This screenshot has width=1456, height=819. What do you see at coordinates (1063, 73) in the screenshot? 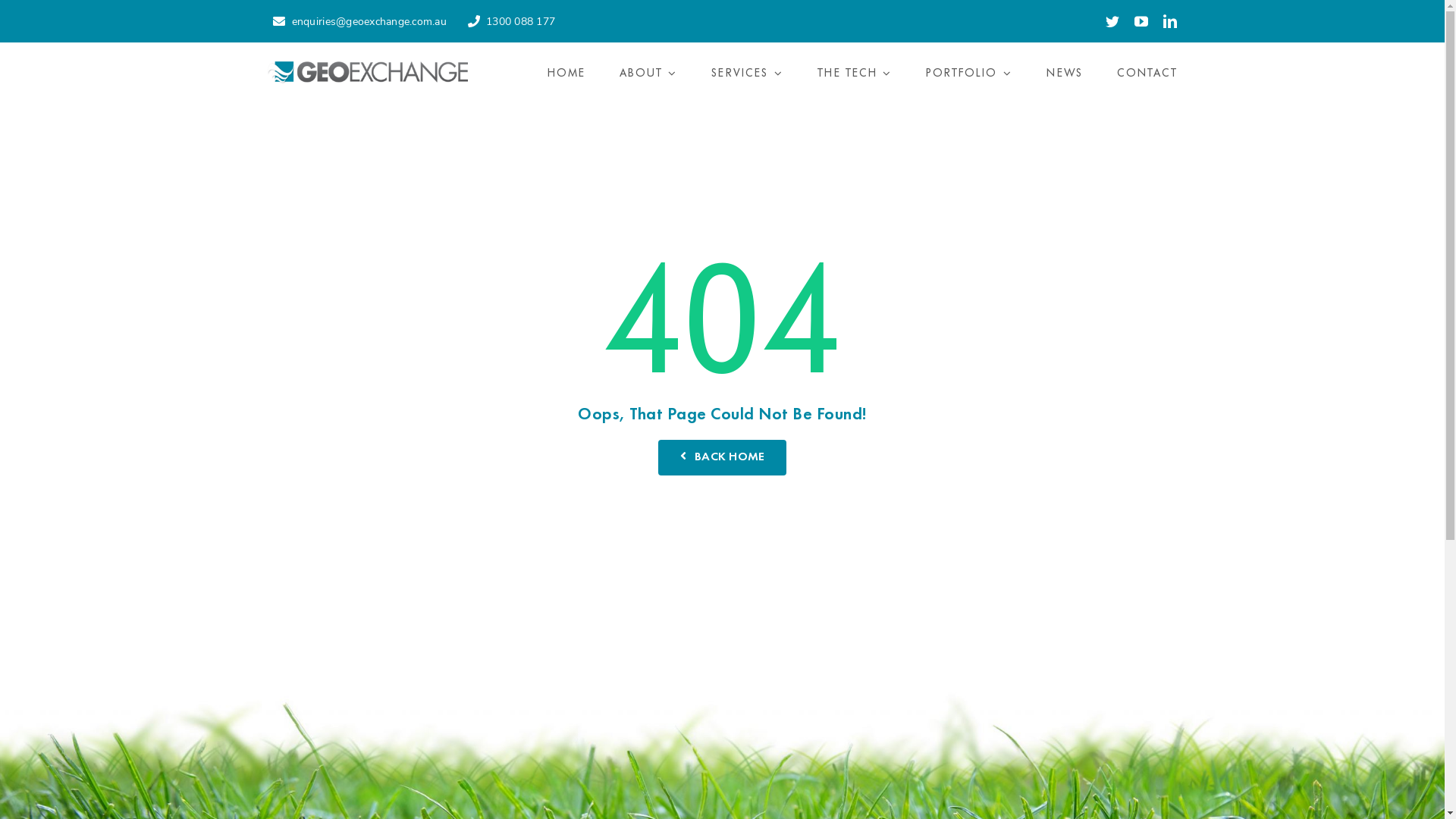
I see `'NEWS'` at bounding box center [1063, 73].